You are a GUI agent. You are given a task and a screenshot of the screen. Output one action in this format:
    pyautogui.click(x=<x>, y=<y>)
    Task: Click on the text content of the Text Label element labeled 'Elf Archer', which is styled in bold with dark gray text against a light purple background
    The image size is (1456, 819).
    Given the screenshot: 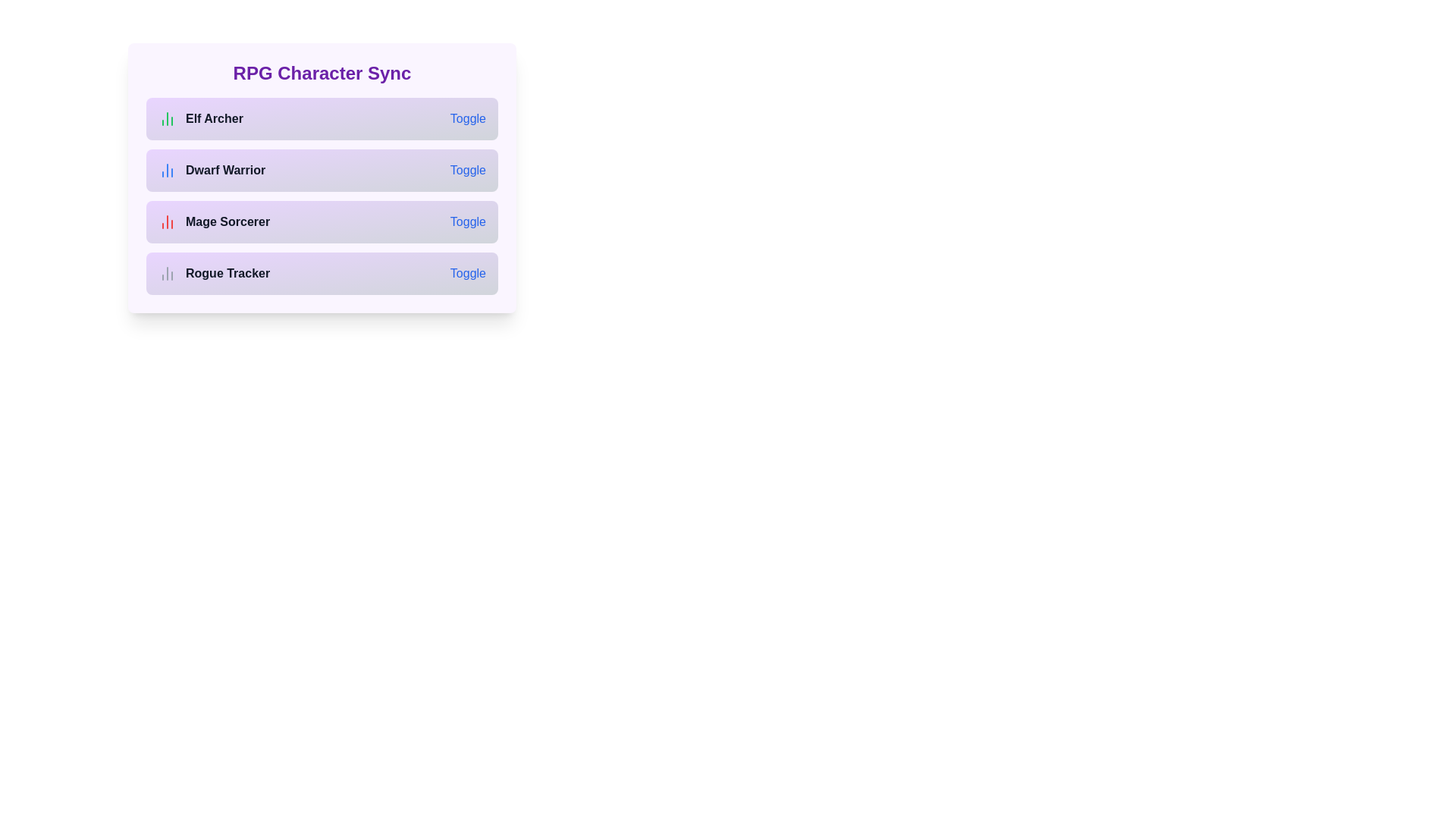 What is the action you would take?
    pyautogui.click(x=214, y=118)
    